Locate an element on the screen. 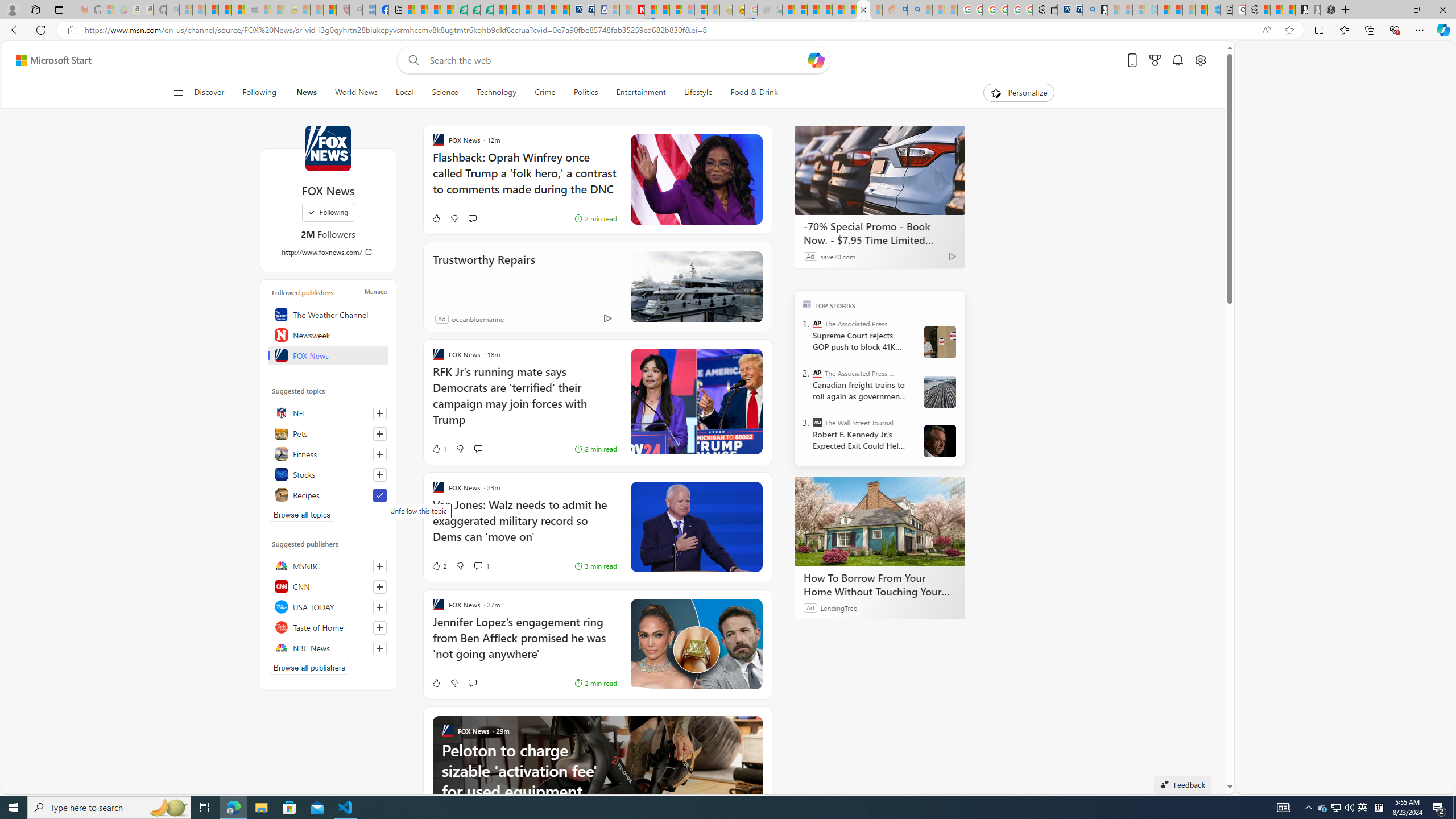 The image size is (1456, 819). '1 Like' is located at coordinates (438, 448).